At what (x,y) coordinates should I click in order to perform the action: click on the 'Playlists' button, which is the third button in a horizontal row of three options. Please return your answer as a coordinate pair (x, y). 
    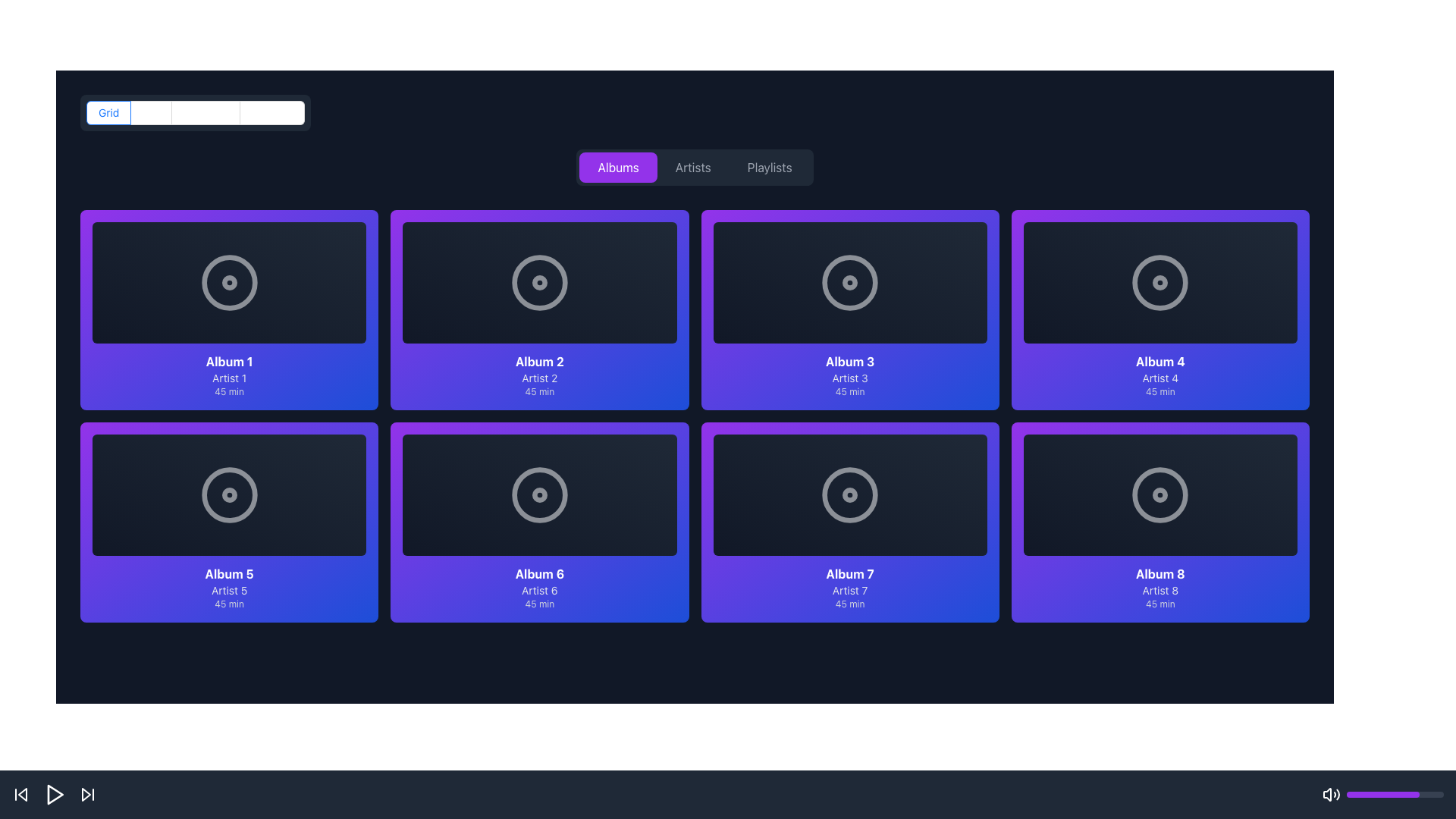
    Looking at the image, I should click on (770, 167).